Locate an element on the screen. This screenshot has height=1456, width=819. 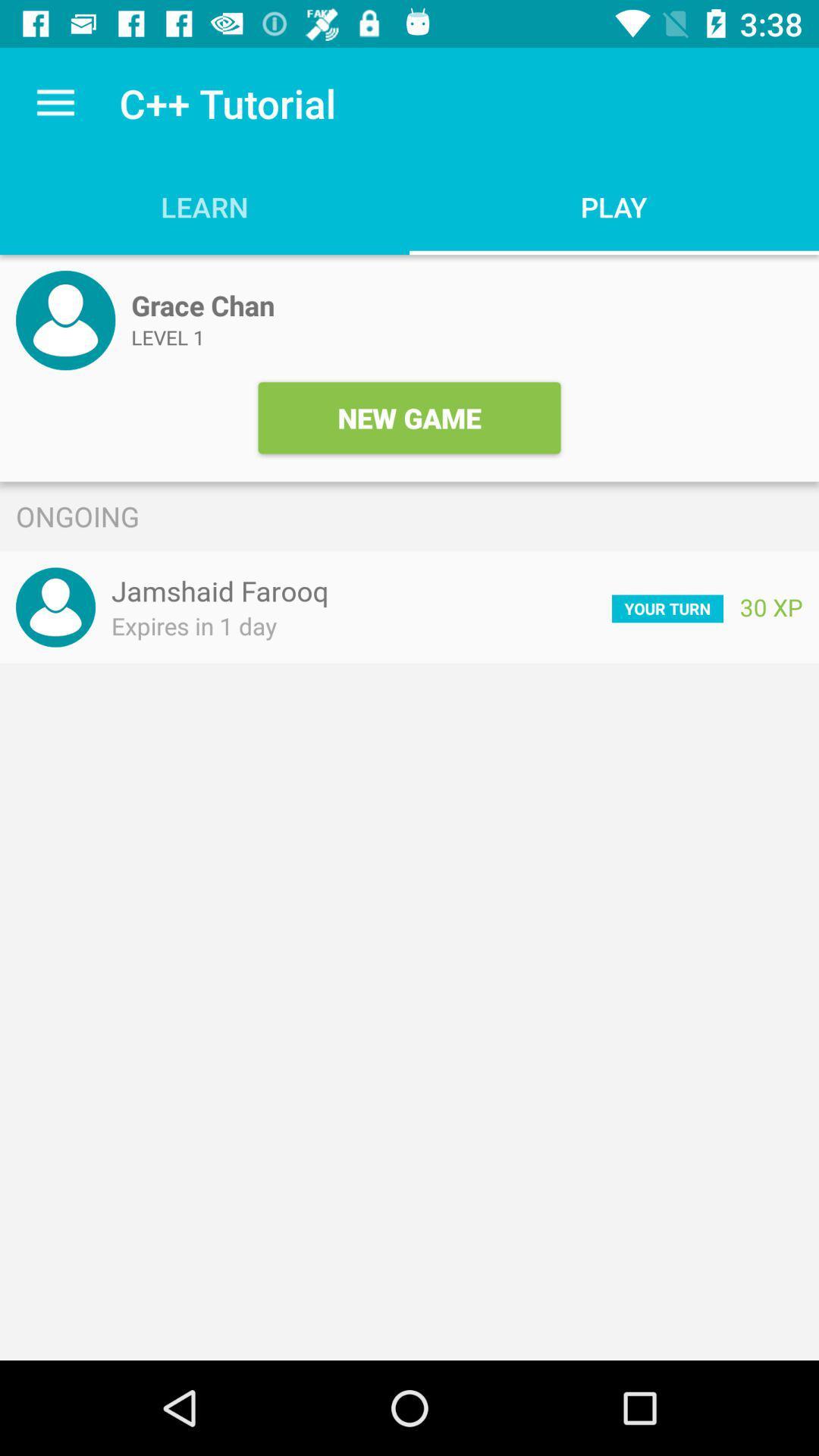
the avatar icon is located at coordinates (64, 319).